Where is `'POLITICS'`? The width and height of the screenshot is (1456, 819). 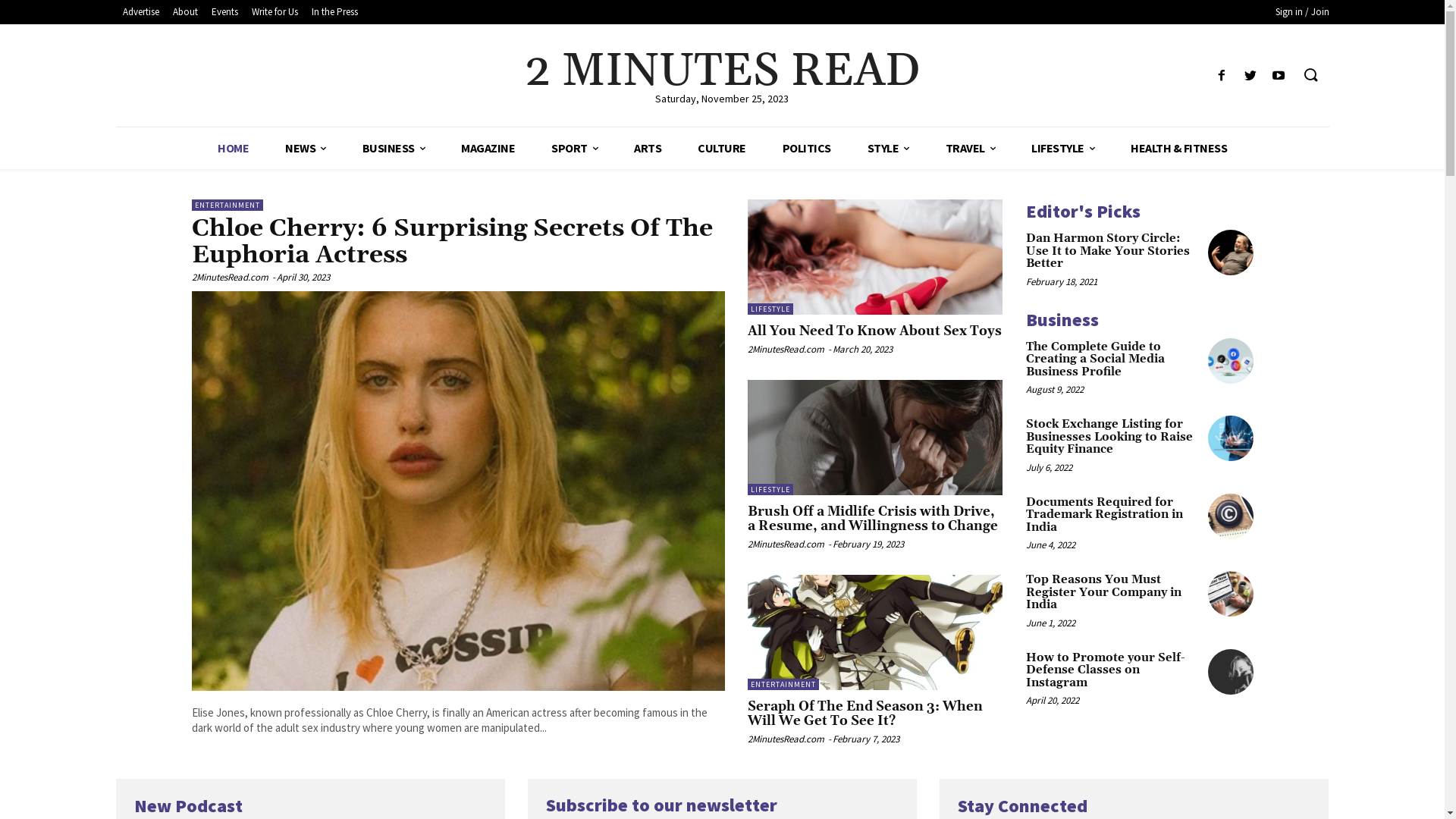
'POLITICS' is located at coordinates (806, 148).